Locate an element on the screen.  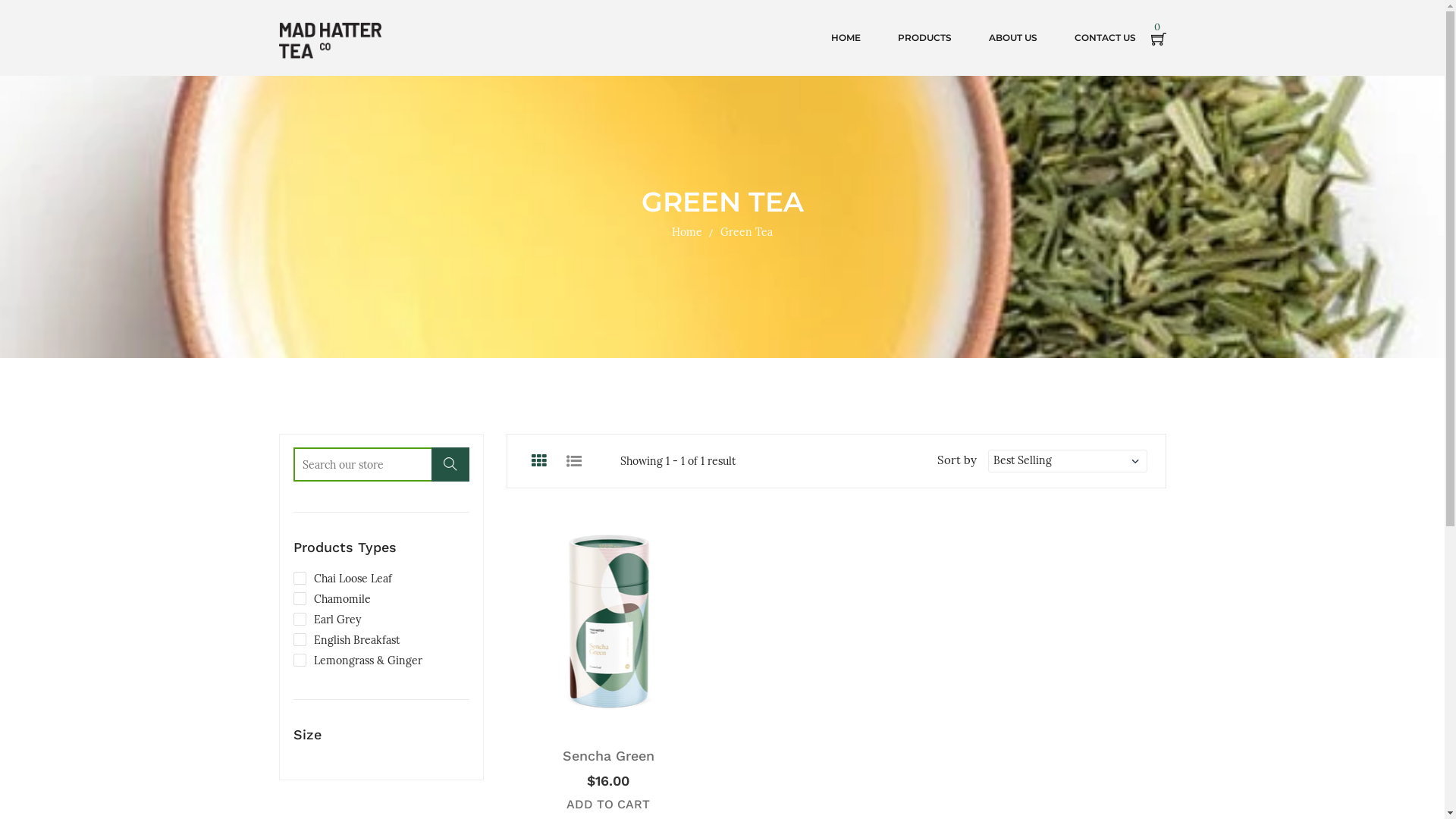
'Lemongrass & Ginger' is located at coordinates (356, 660).